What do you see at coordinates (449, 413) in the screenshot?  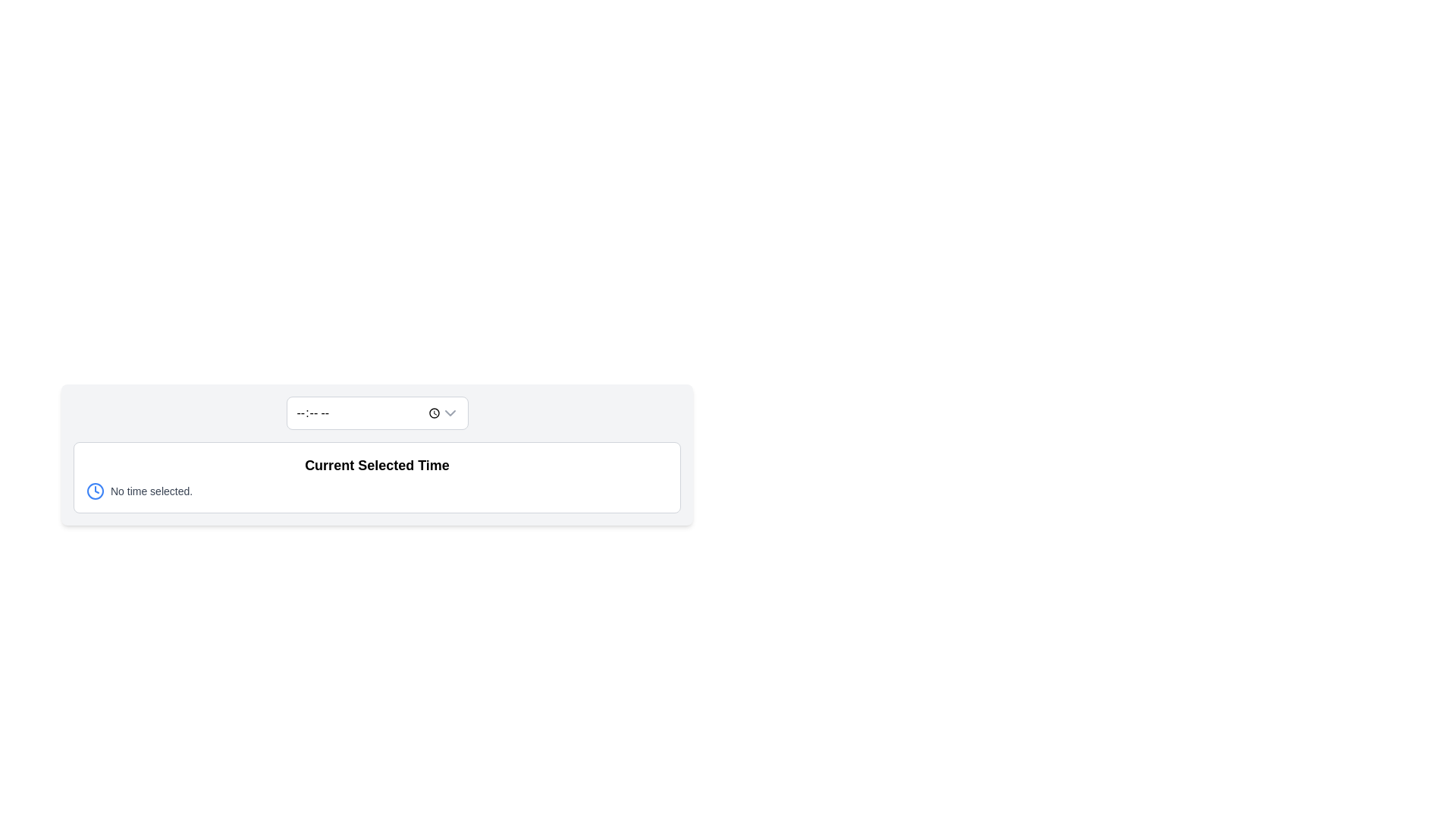 I see `the downward-facing chevron icon located to the right side of the input field within the dropdown interface` at bounding box center [449, 413].